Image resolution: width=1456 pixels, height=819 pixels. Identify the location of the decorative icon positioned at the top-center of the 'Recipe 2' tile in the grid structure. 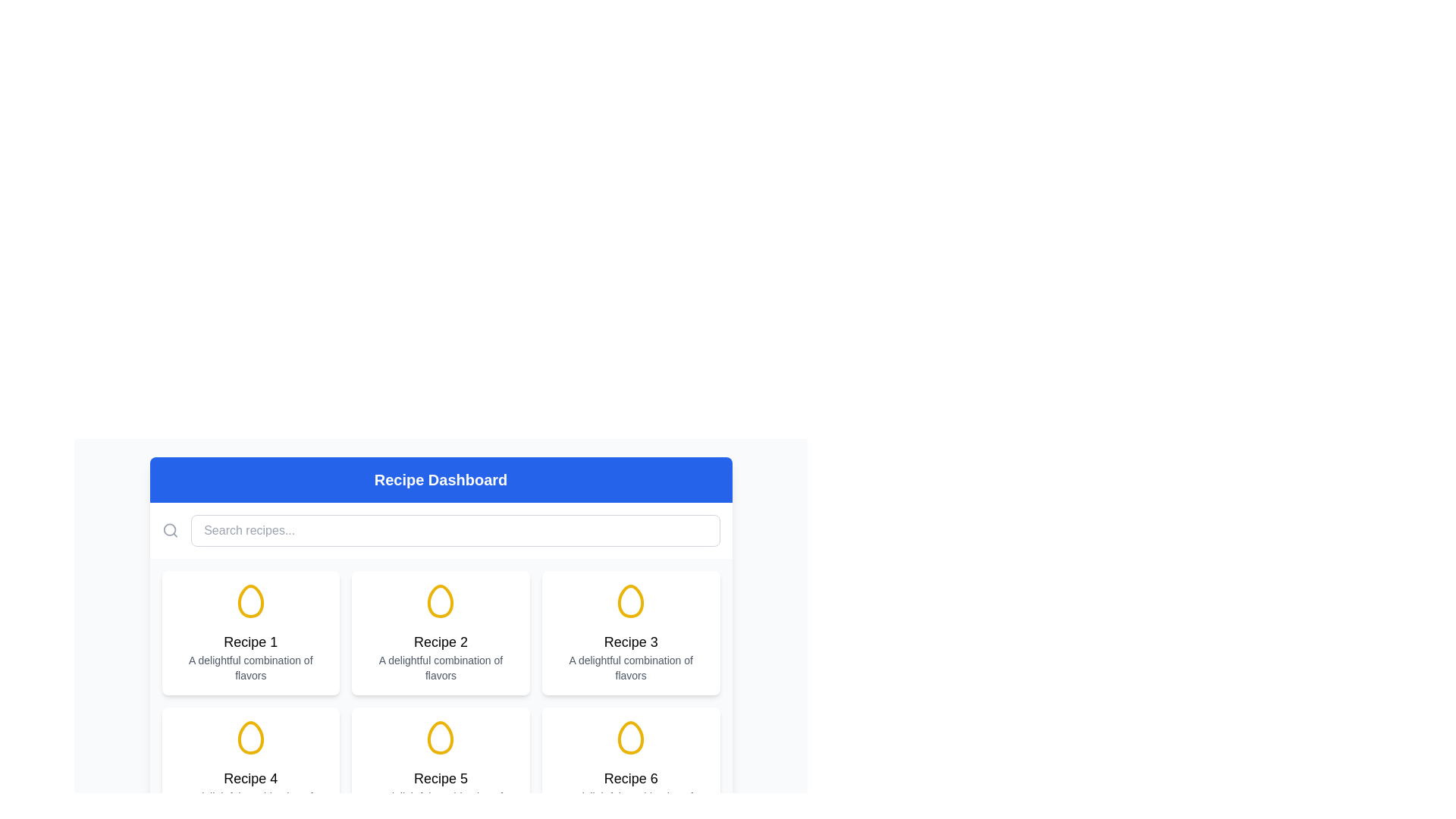
(440, 601).